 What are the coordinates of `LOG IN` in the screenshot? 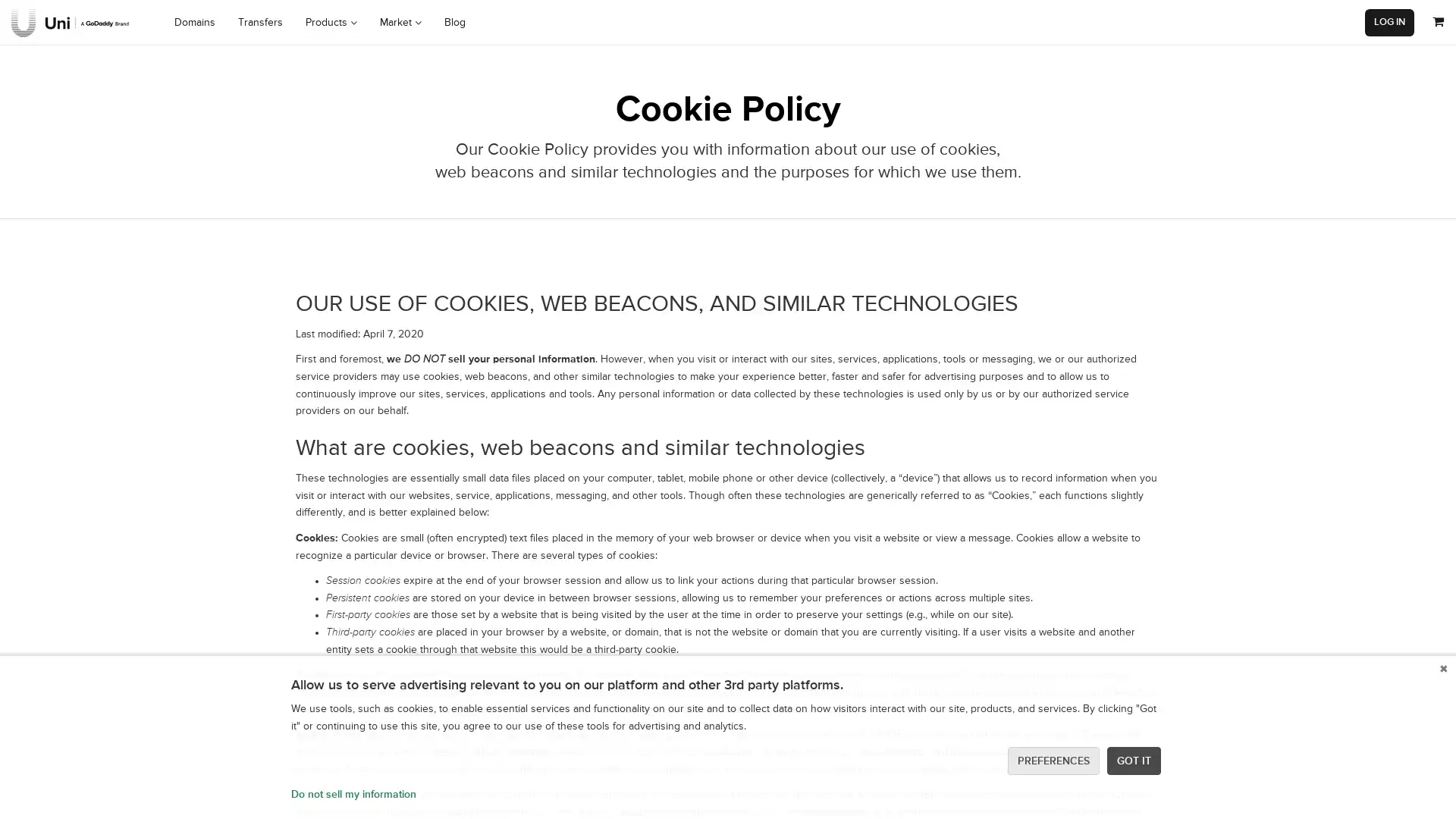 It's located at (1389, 22).